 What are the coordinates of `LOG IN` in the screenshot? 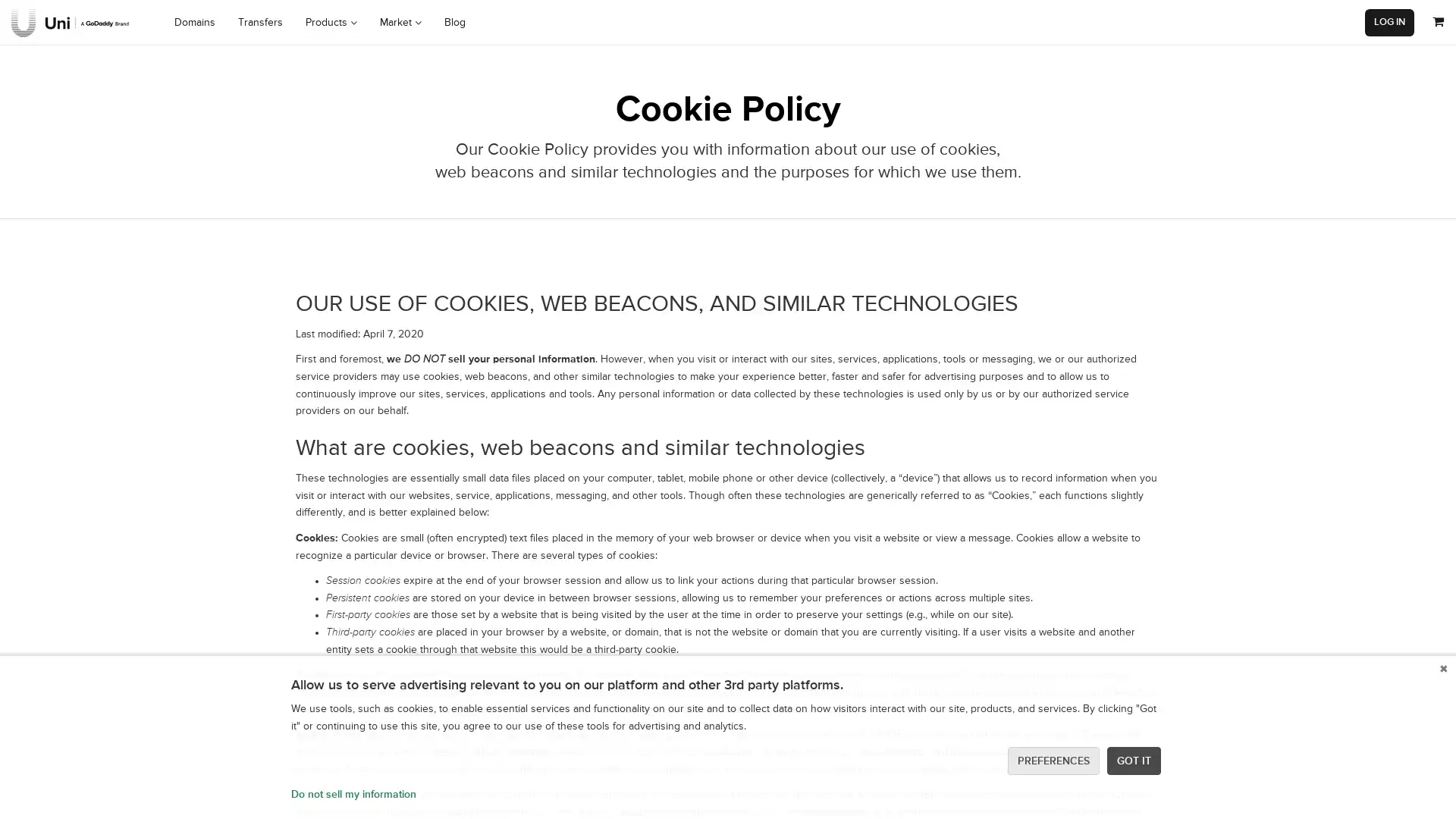 It's located at (1389, 22).